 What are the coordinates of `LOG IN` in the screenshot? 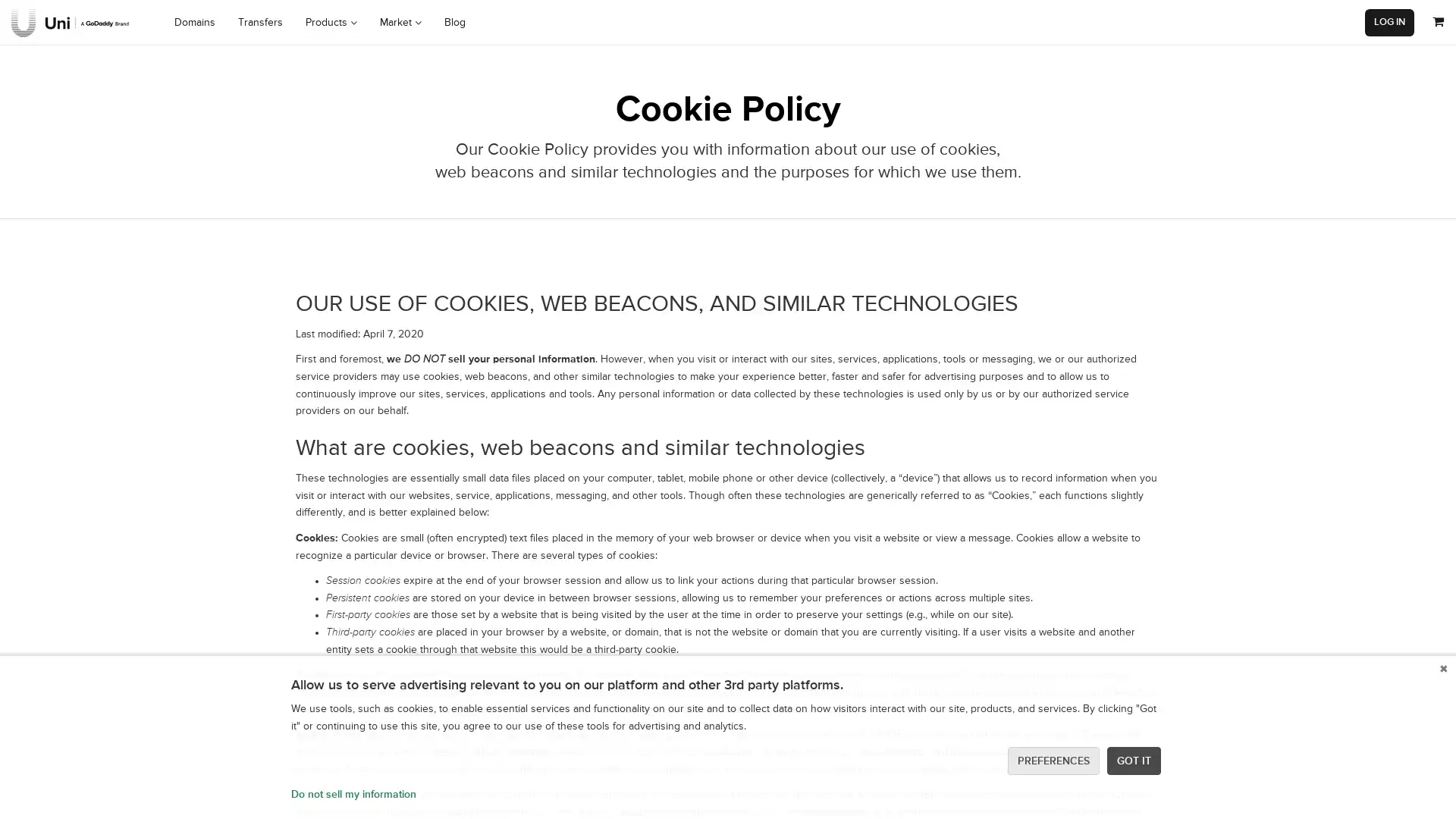 It's located at (1389, 22).